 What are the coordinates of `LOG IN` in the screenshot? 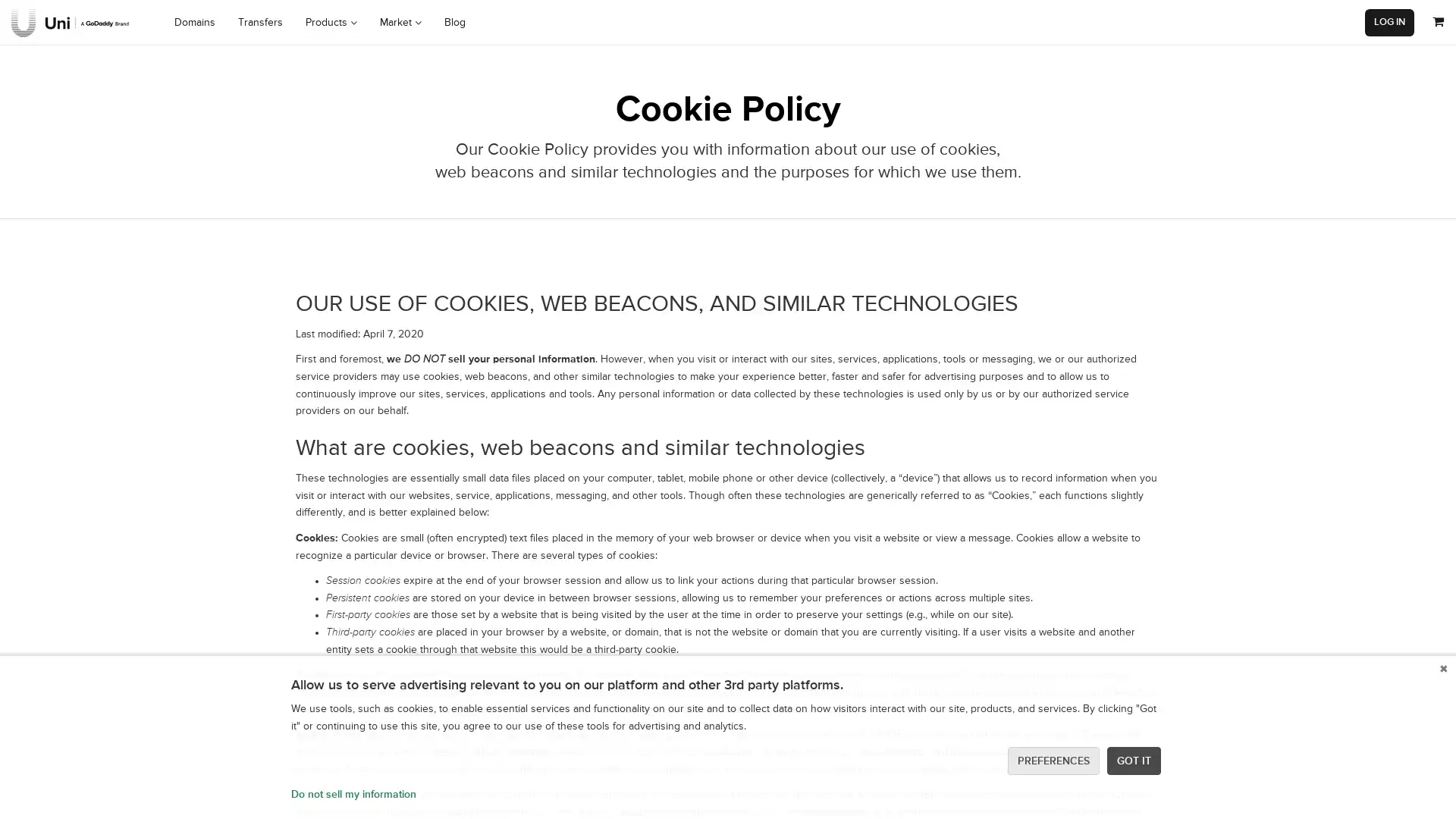 It's located at (1389, 22).